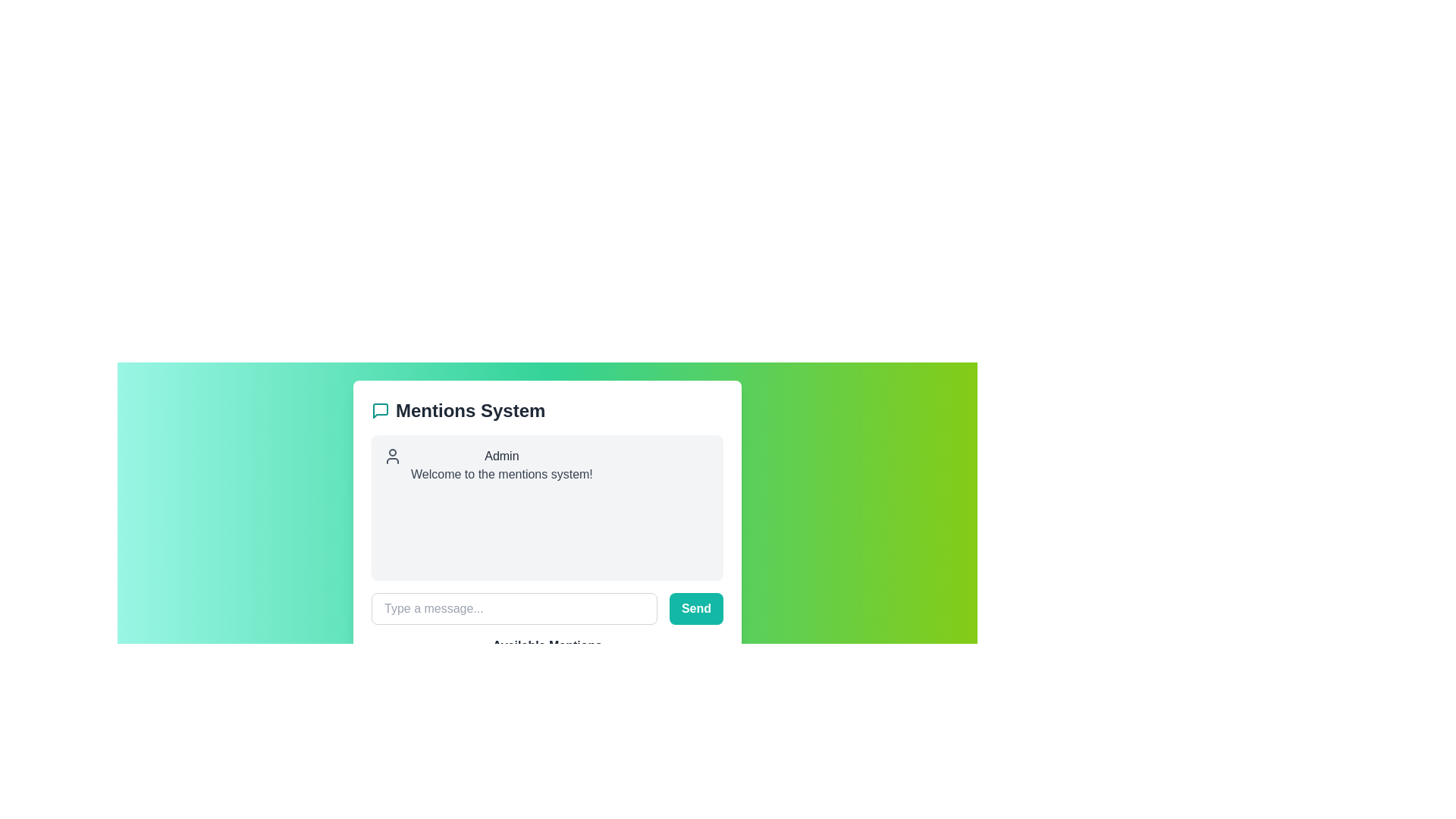 Image resolution: width=1456 pixels, height=819 pixels. I want to click on the message bubble icon with a teal stroke, located to the left of the 'Mentions System' header and above the main content, so click(381, 411).